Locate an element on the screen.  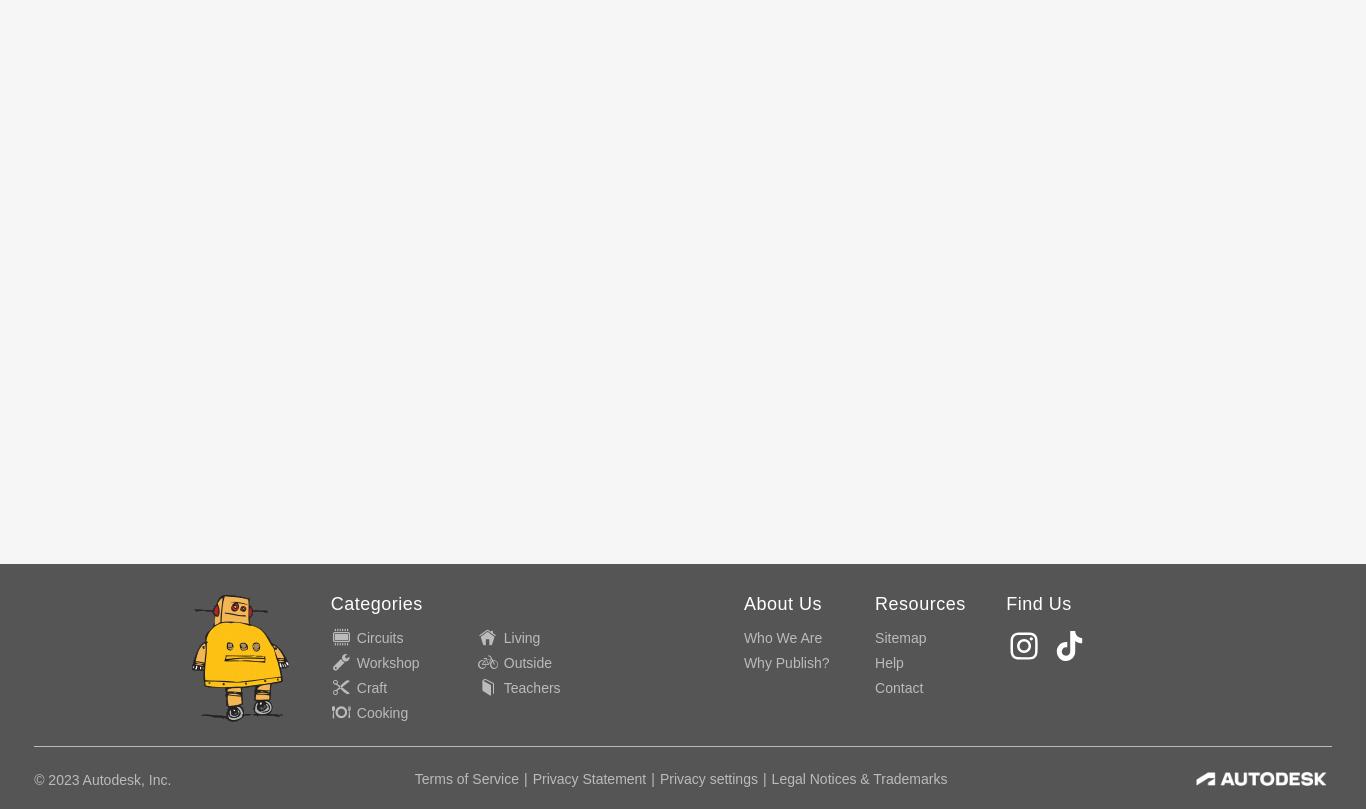
'Why Publish?' is located at coordinates (785, 662).